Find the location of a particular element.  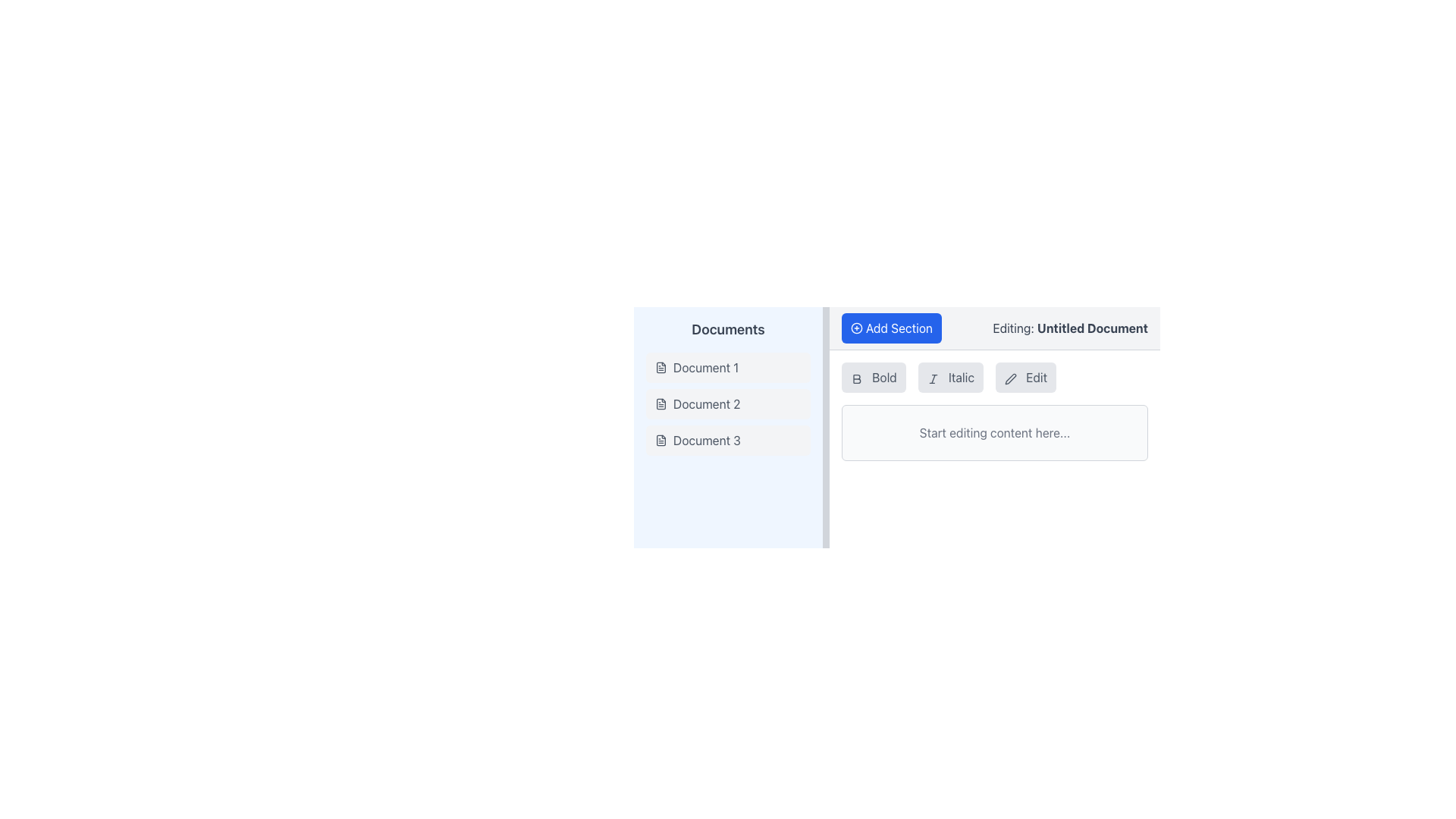

the 'Document 3' icon in the sidebar is located at coordinates (661, 441).